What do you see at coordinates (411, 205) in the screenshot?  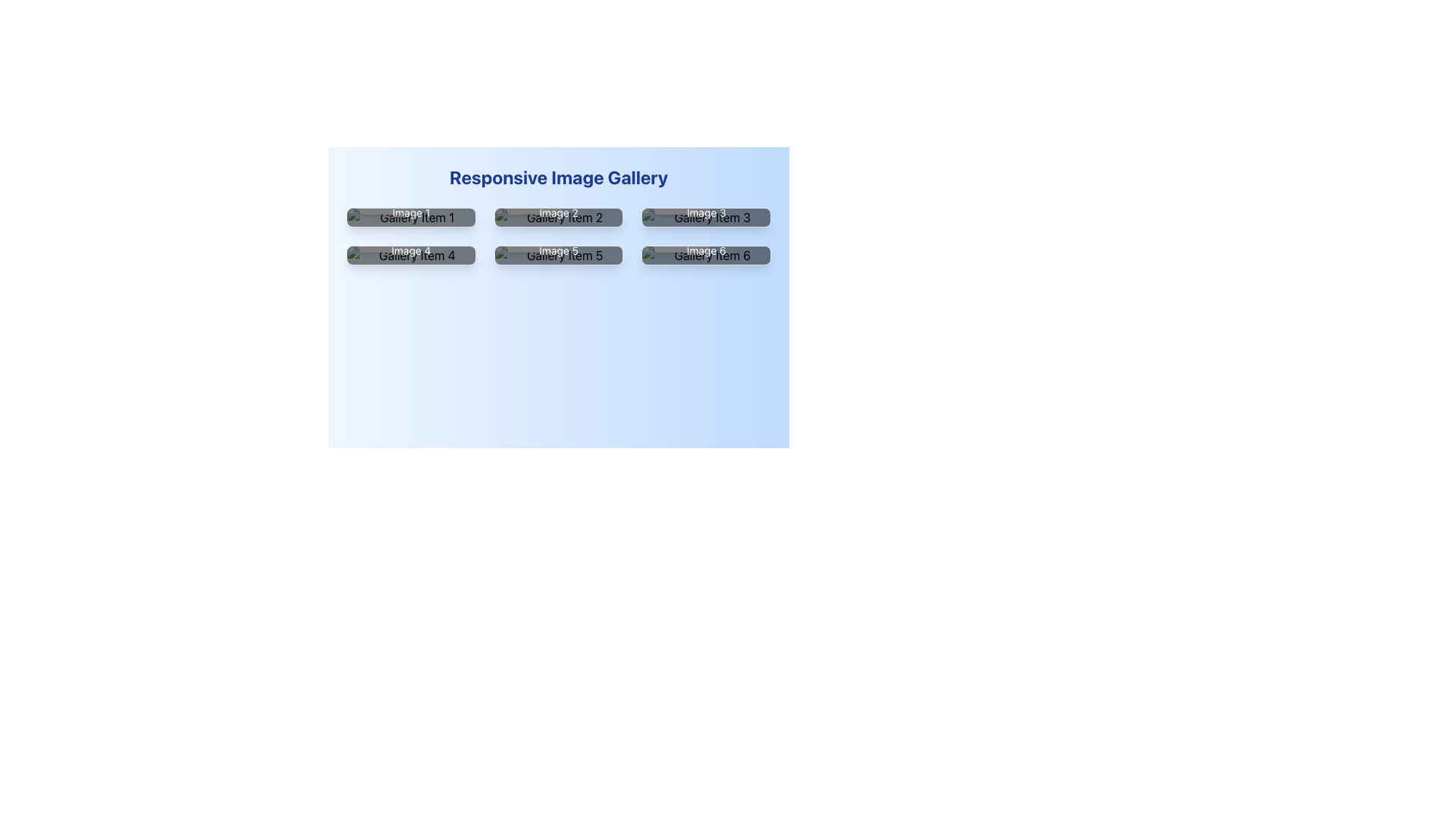 I see `the text overlay that displays 'Description for Image 1' at the bottom of the first image in the gallery` at bounding box center [411, 205].